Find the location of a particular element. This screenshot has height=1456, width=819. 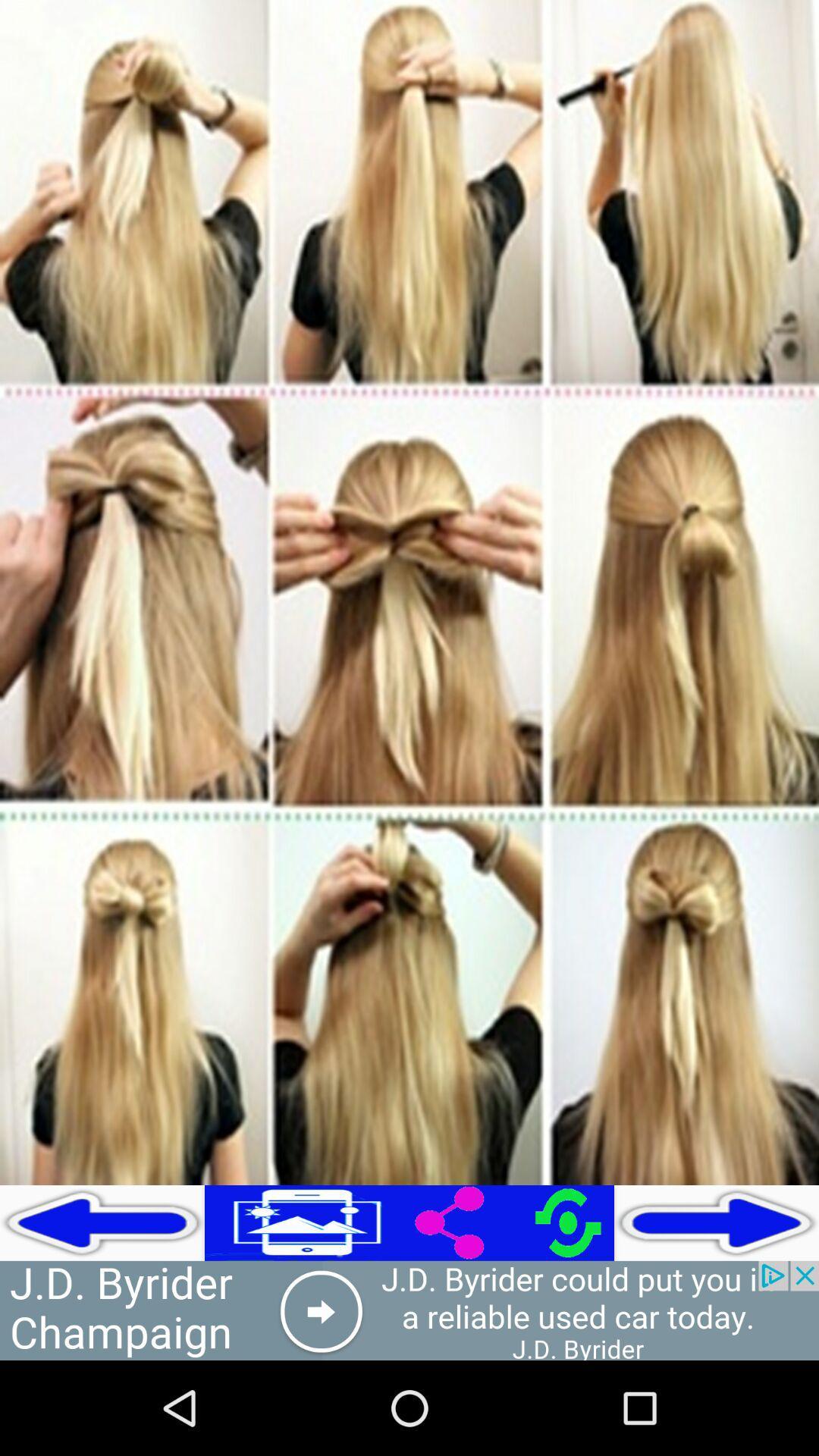

share and rotation option is located at coordinates (512, 1222).